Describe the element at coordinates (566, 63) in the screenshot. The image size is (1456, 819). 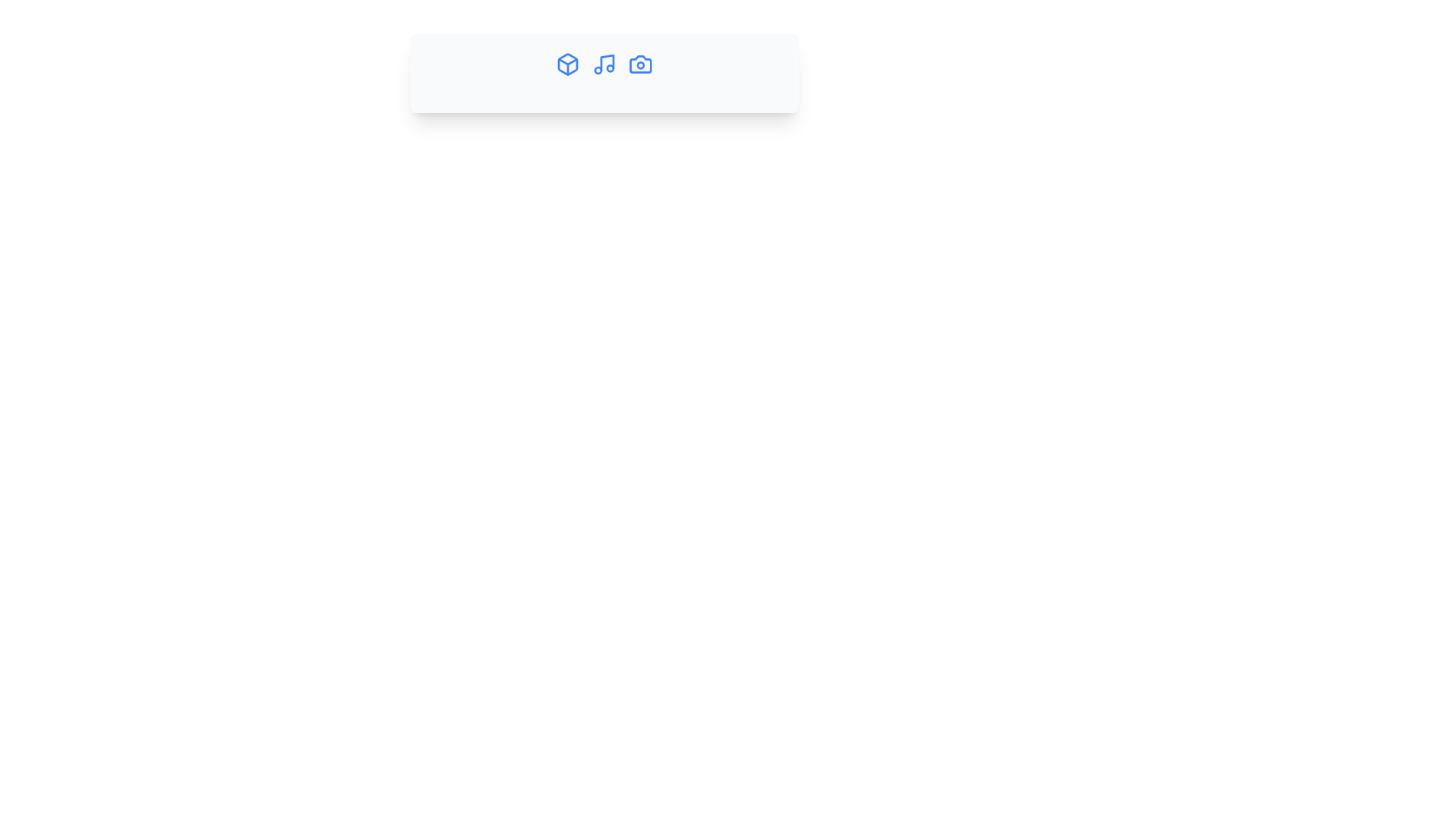
I see `the first SVG Icon in a row of three icons to scale it up` at that location.